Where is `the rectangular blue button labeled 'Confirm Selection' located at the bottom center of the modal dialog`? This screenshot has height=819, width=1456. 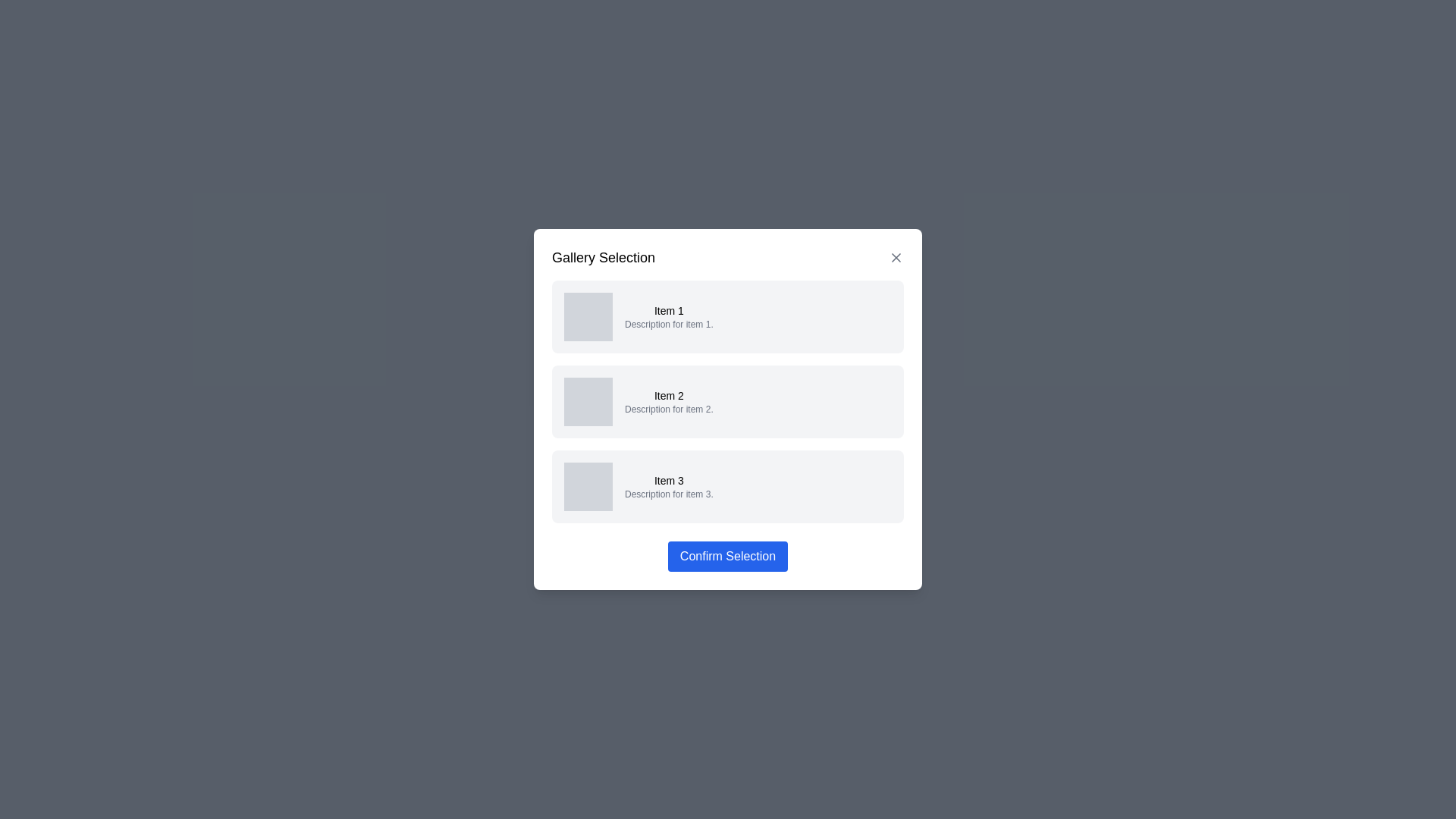 the rectangular blue button labeled 'Confirm Selection' located at the bottom center of the modal dialog is located at coordinates (728, 556).